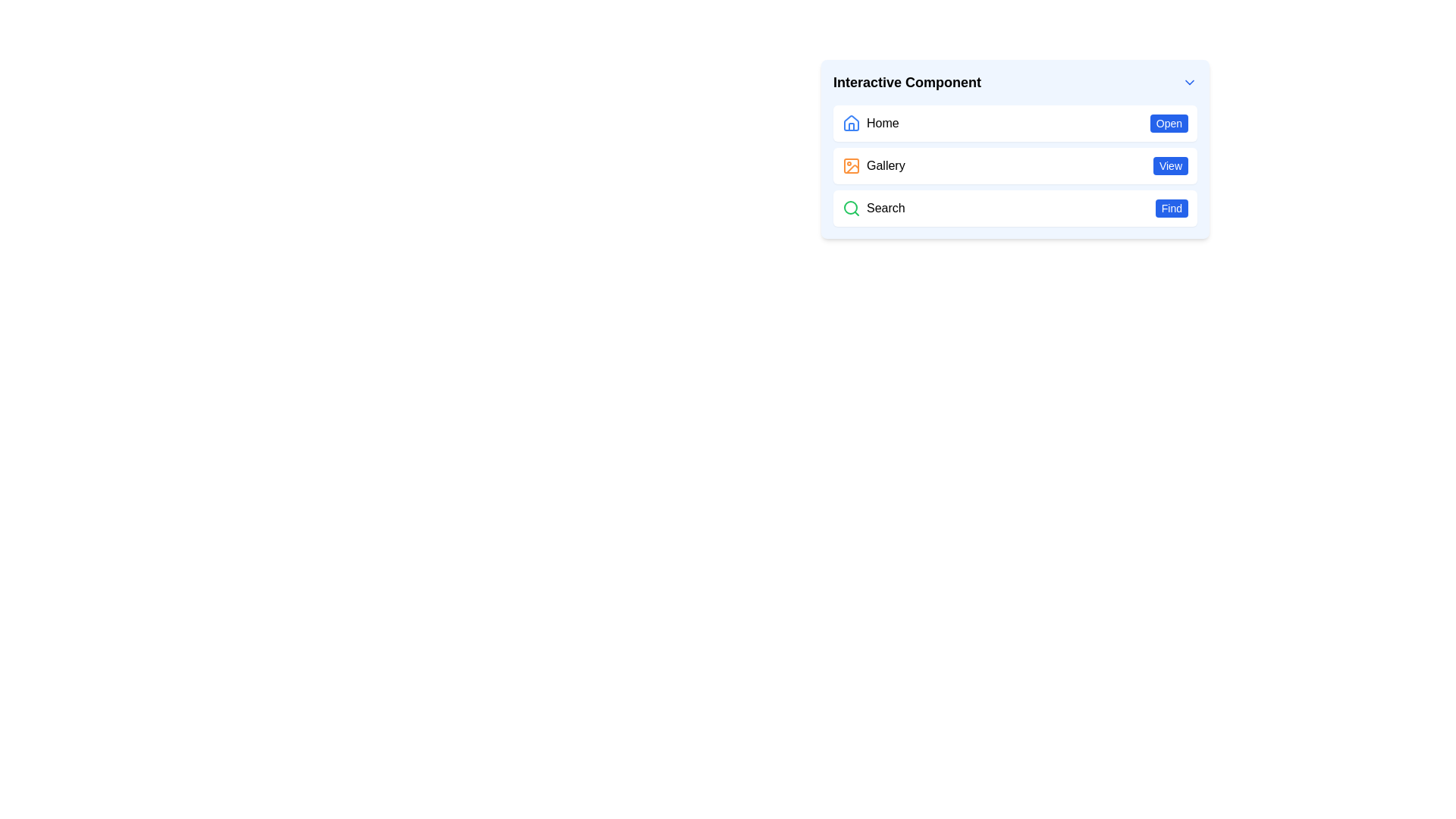  I want to click on the light orange square icon representing the gallery section, which is the second option in the vertical group of icons including Home, Gallery, and Search, so click(852, 166).